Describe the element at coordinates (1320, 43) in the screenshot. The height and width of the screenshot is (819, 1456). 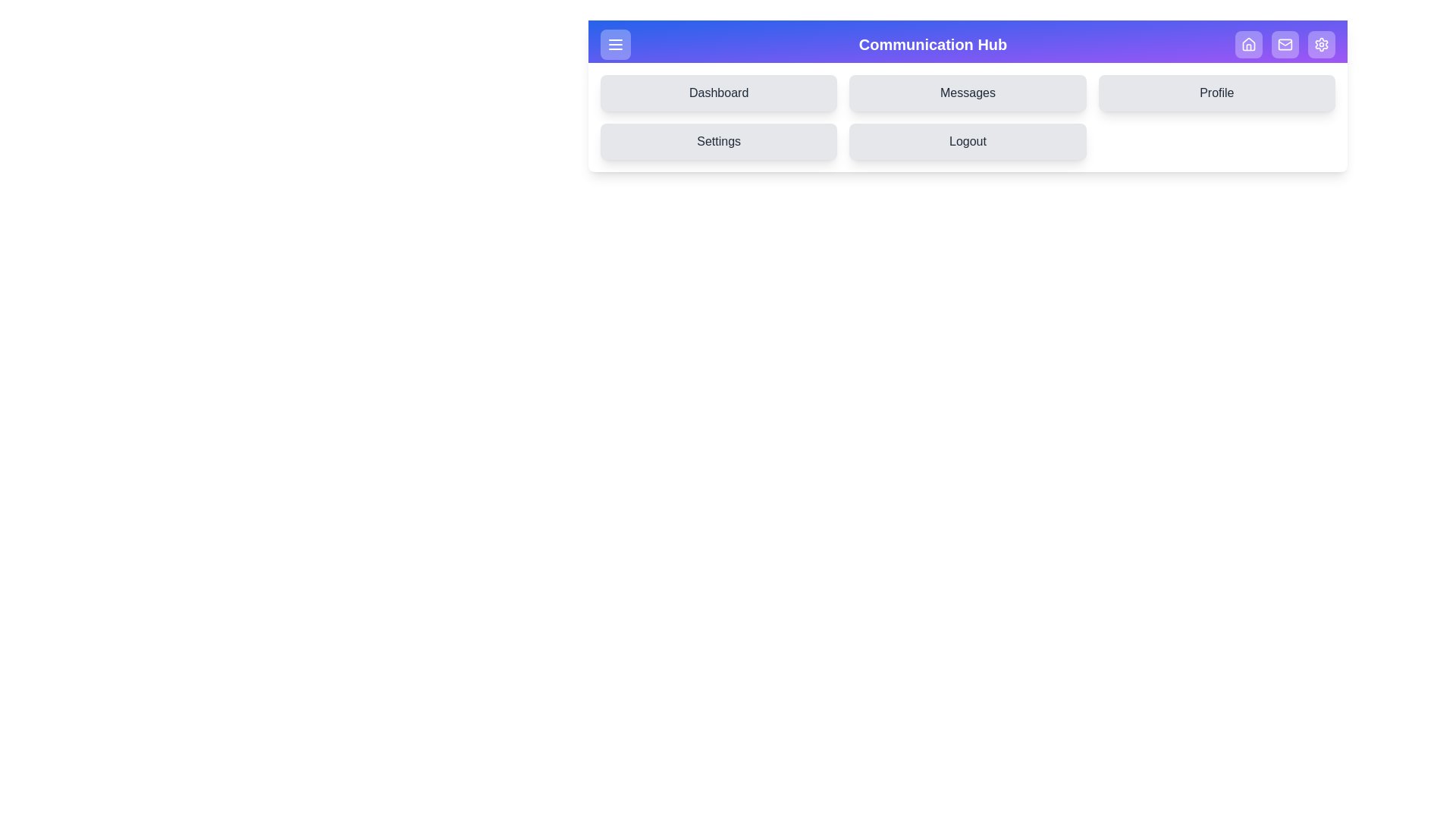
I see `the Settings icon in the top-right of the app bar` at that location.